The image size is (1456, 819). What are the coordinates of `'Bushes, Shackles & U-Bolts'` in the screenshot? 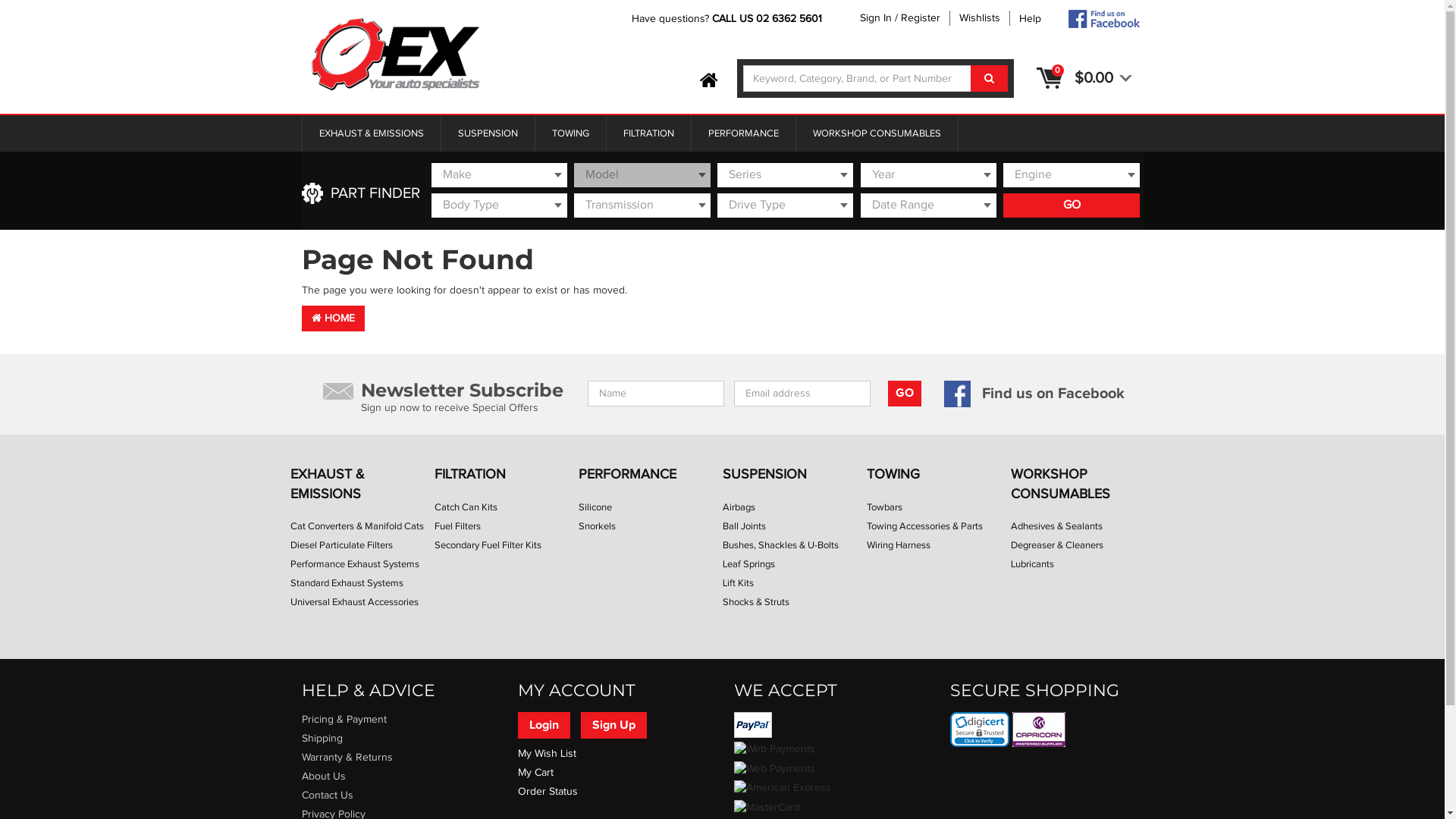 It's located at (720, 544).